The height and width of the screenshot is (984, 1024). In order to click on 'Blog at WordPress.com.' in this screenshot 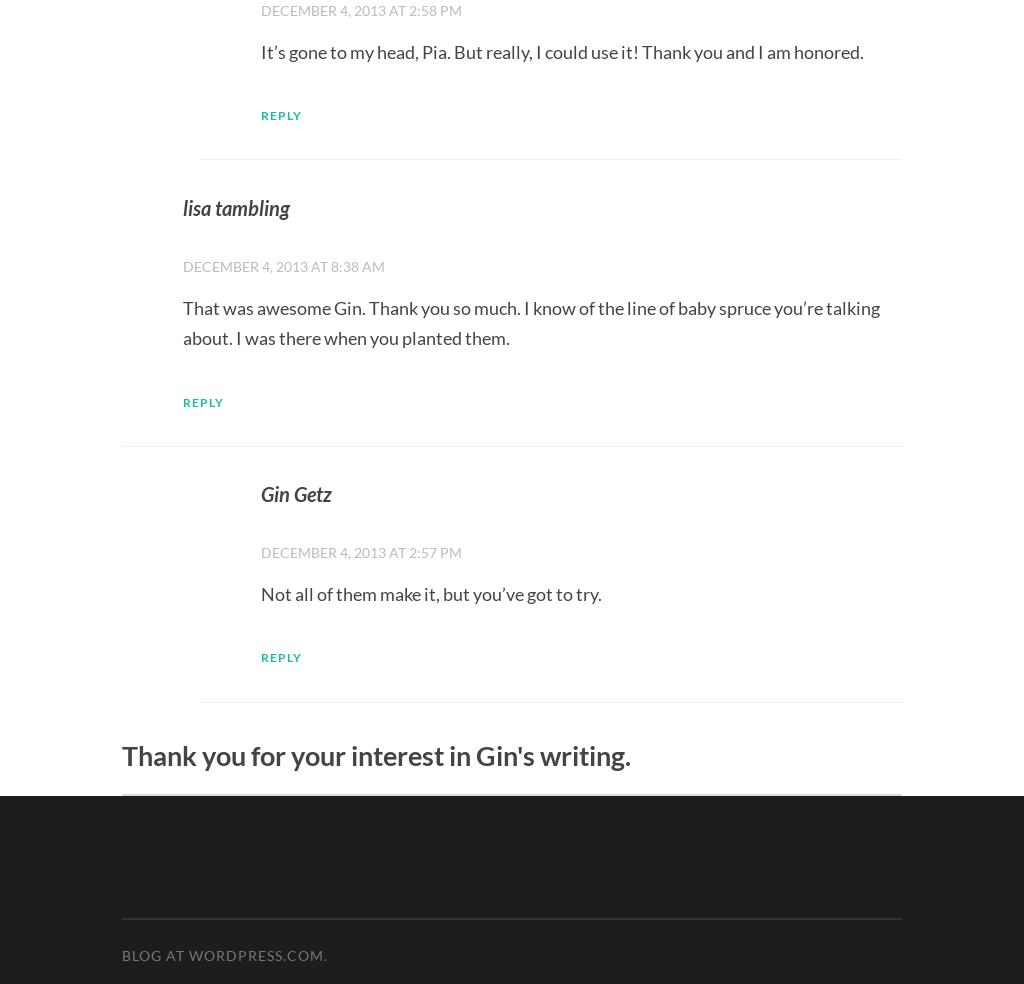, I will do `click(223, 955)`.